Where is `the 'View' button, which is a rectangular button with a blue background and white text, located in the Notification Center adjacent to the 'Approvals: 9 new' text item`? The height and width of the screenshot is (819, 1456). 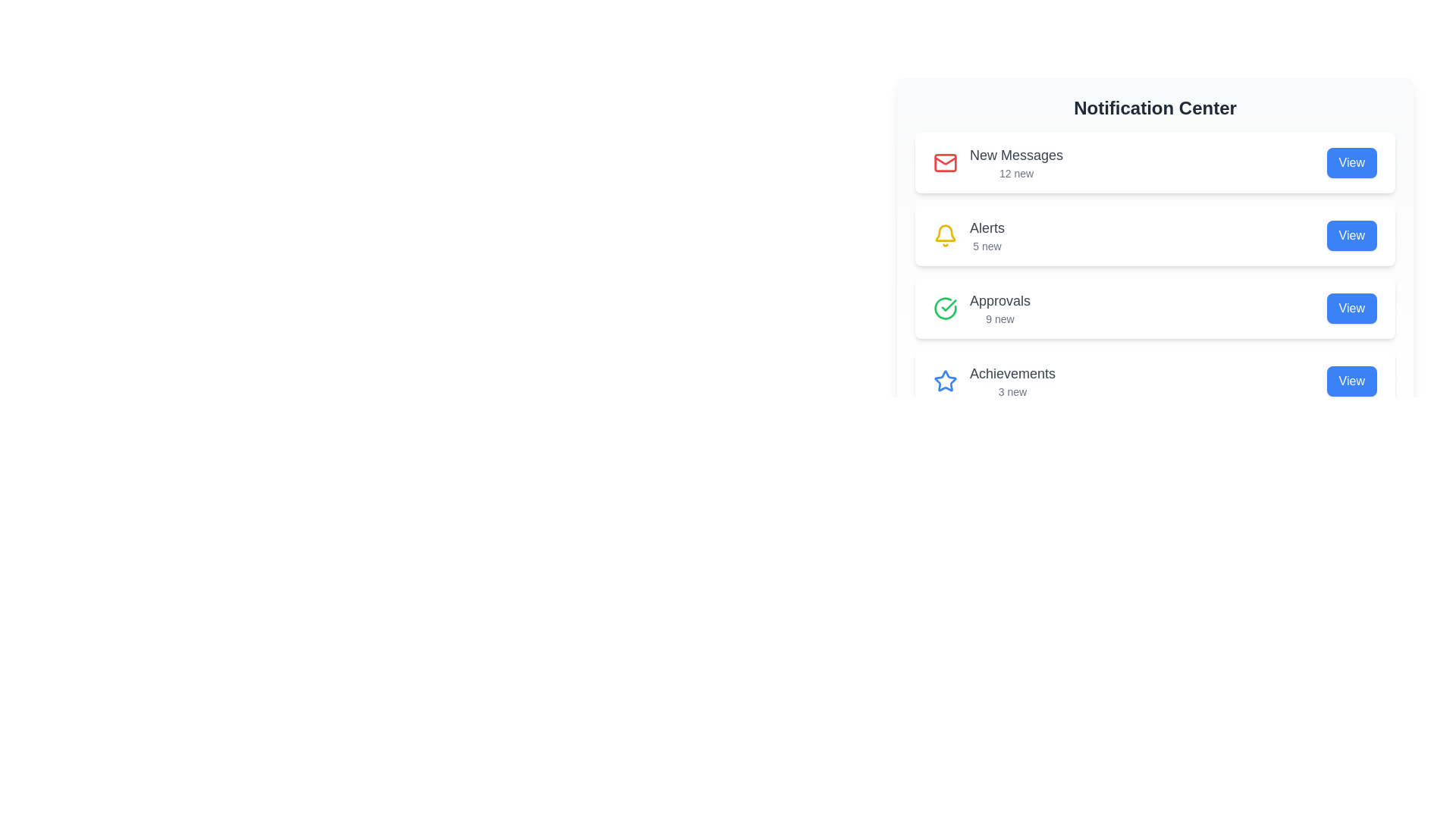 the 'View' button, which is a rectangular button with a blue background and white text, located in the Notification Center adjacent to the 'Approvals: 9 new' text item is located at coordinates (1351, 308).